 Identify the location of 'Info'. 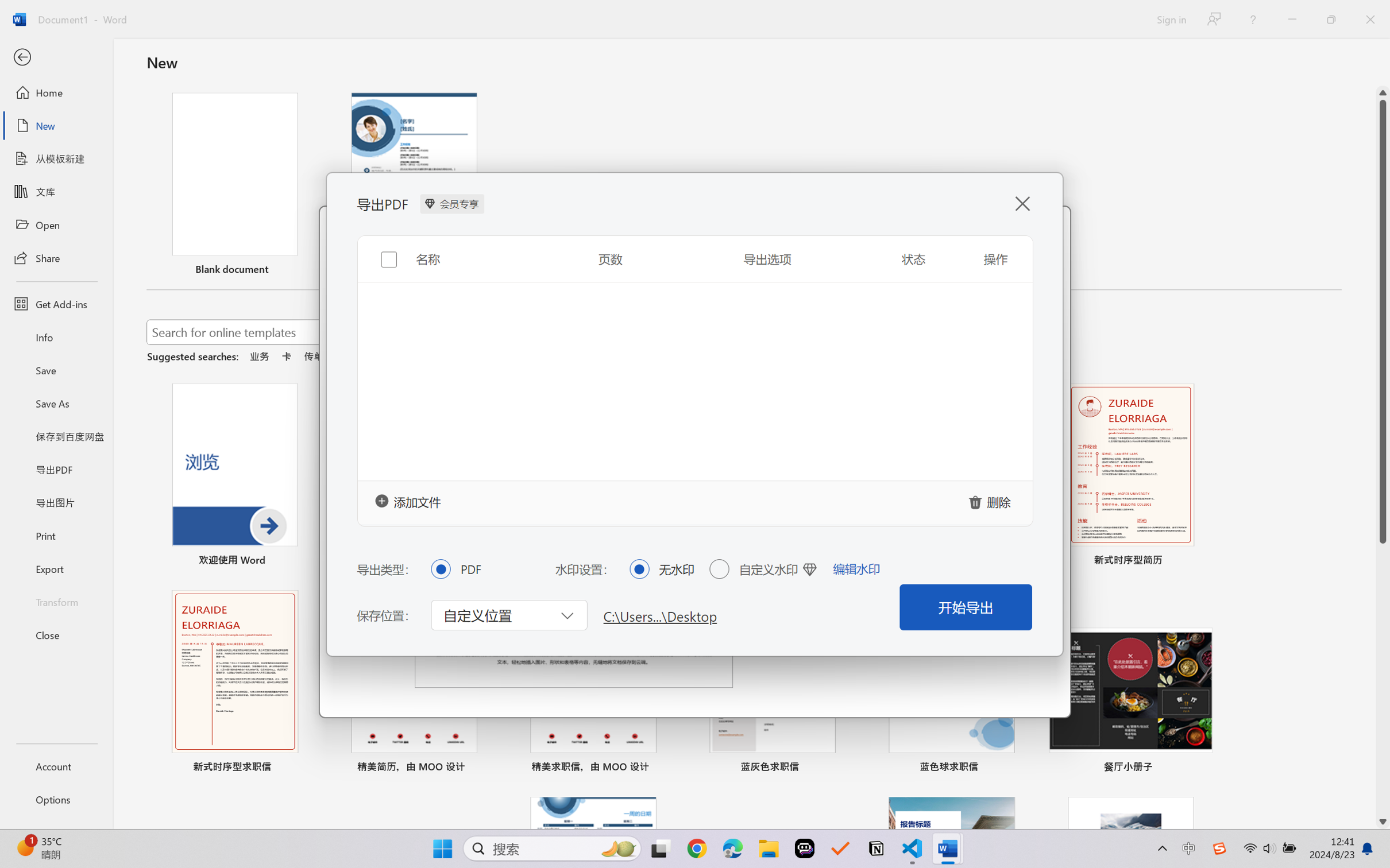
(56, 336).